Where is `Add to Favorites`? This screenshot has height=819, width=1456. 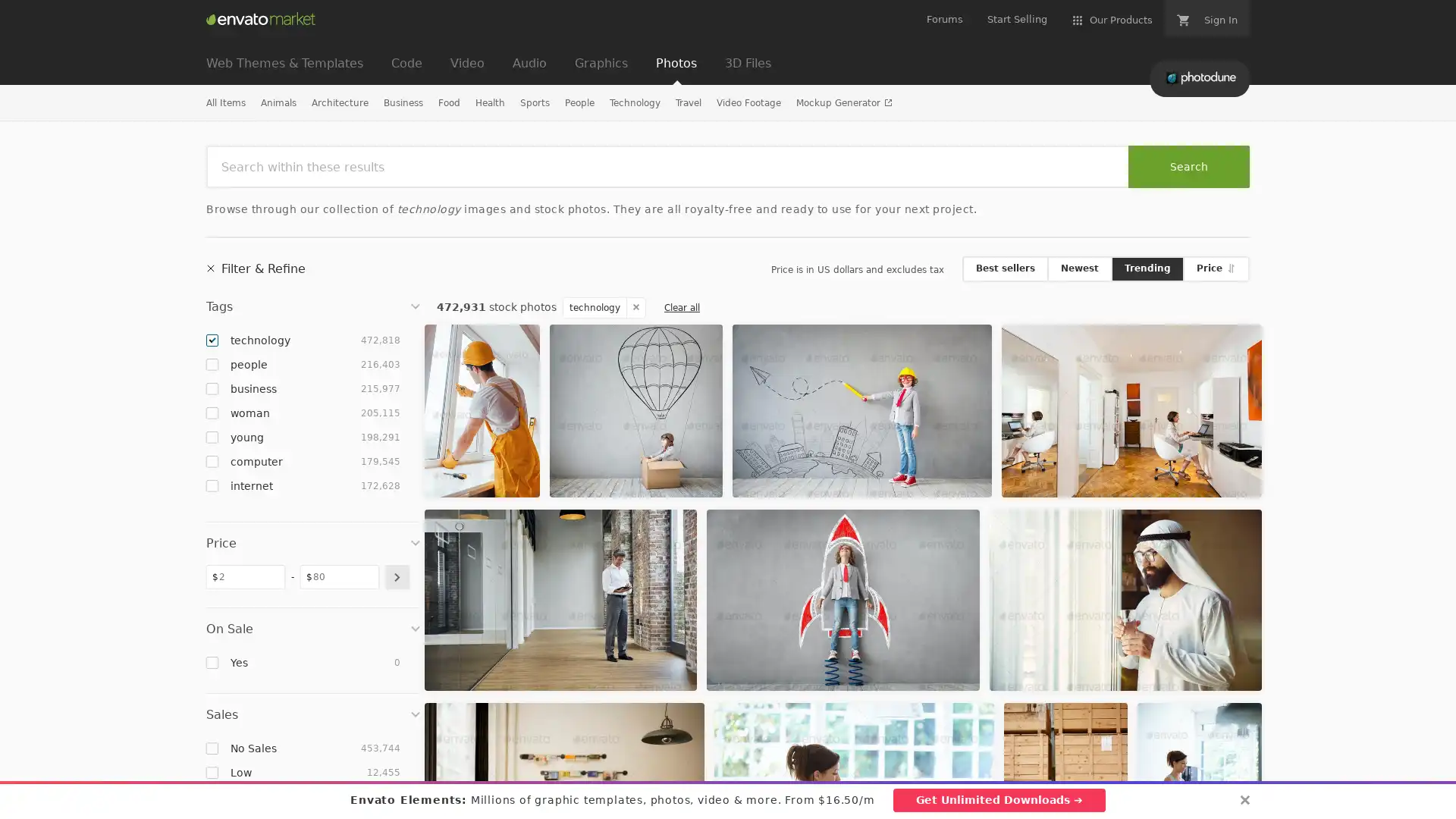
Add to Favorites is located at coordinates (701, 343).